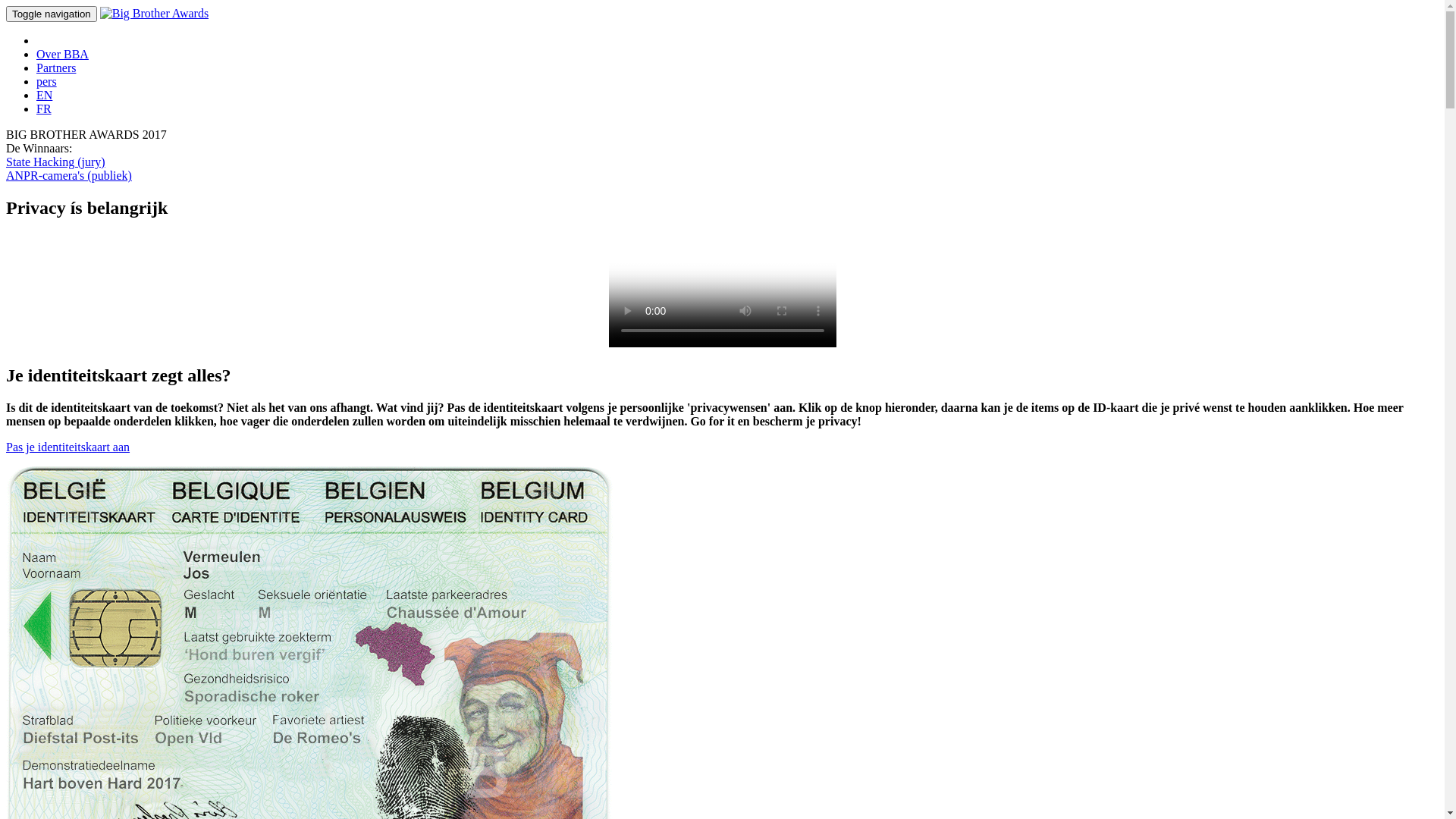  Describe the element at coordinates (55, 67) in the screenshot. I see `'Partners'` at that location.